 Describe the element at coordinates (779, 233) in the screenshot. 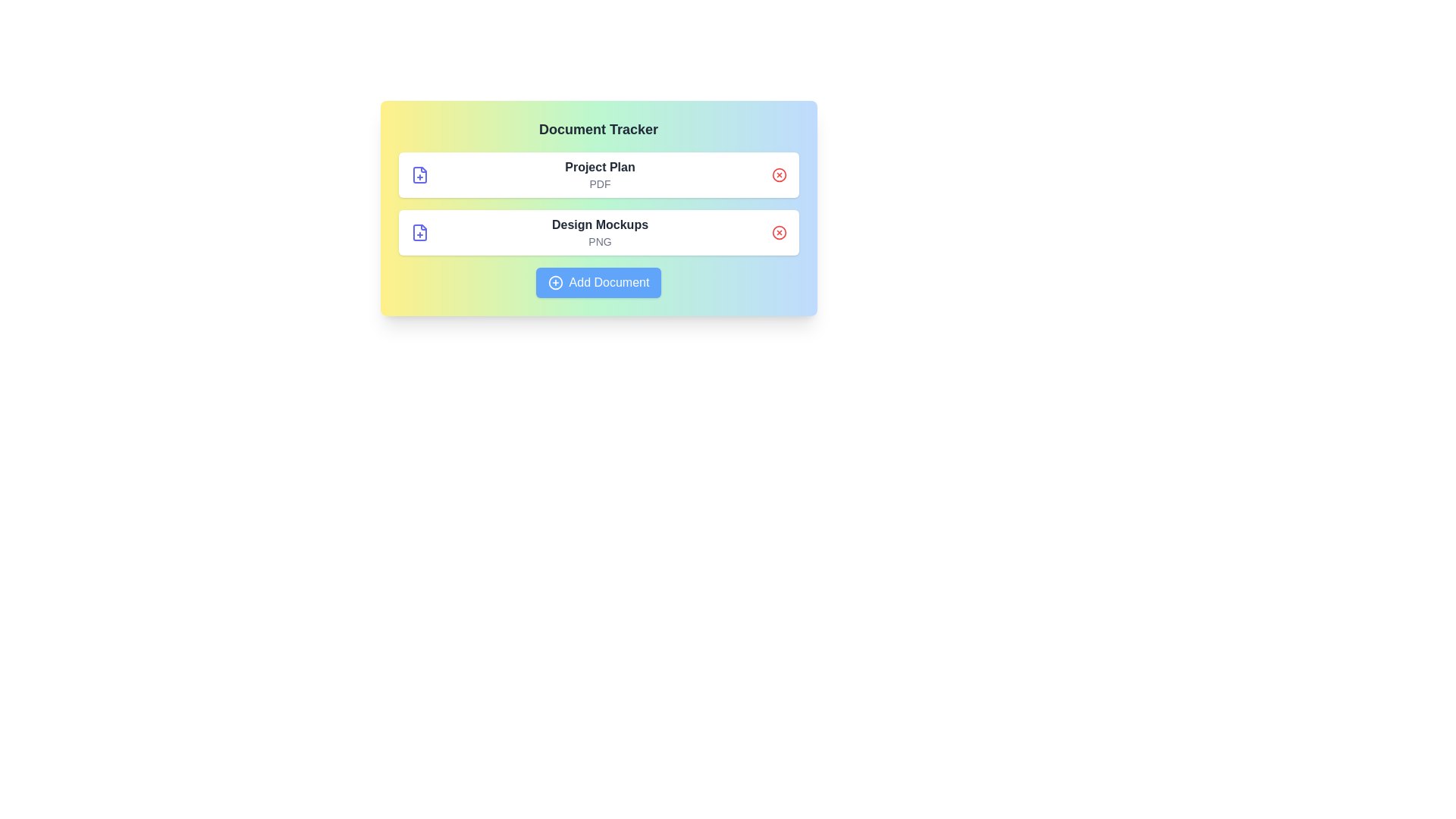

I see `'Remove' button next to the document titled Design Mockups` at that location.